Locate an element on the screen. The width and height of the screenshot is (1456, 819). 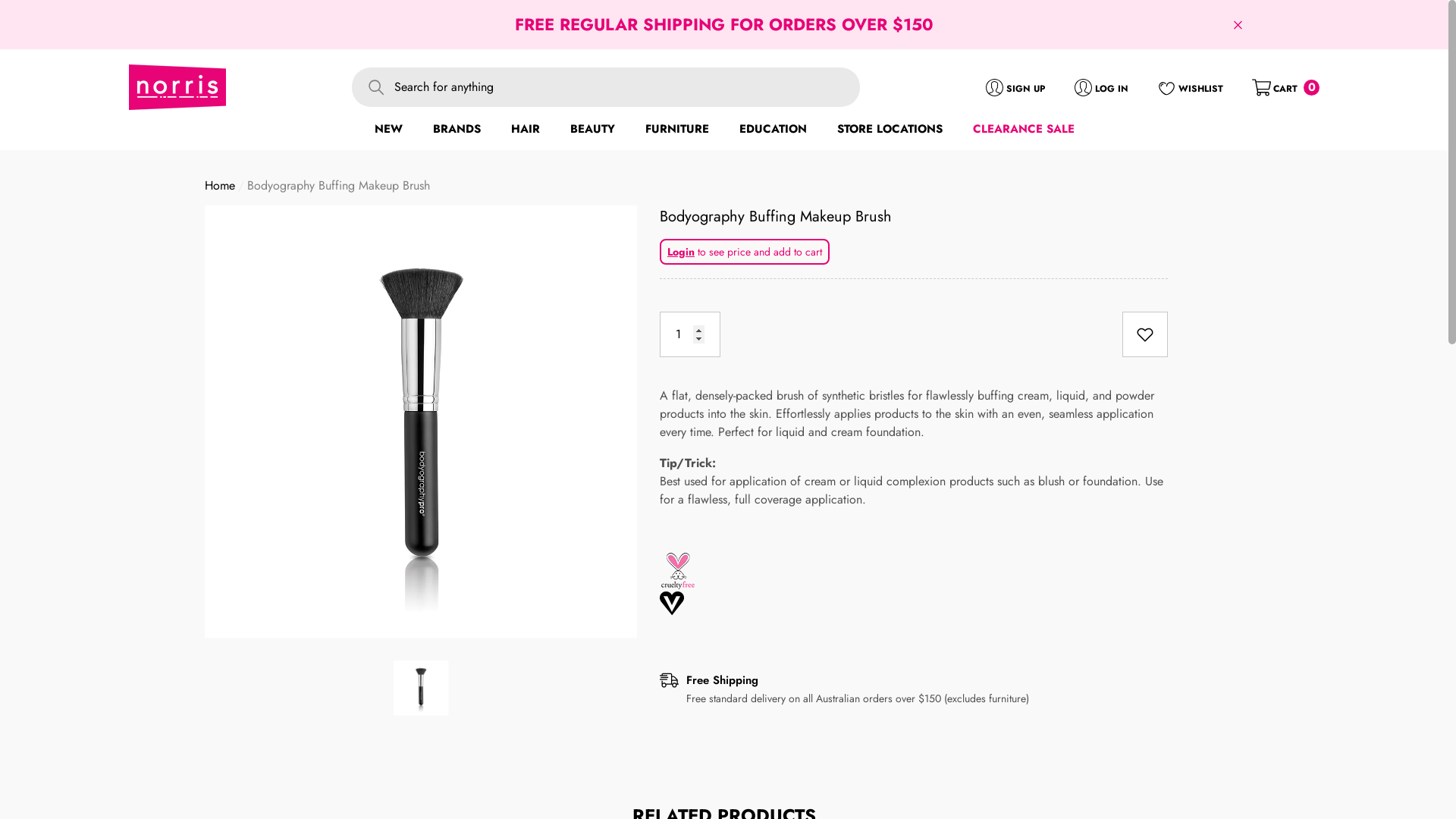
'NEW' is located at coordinates (375, 127).